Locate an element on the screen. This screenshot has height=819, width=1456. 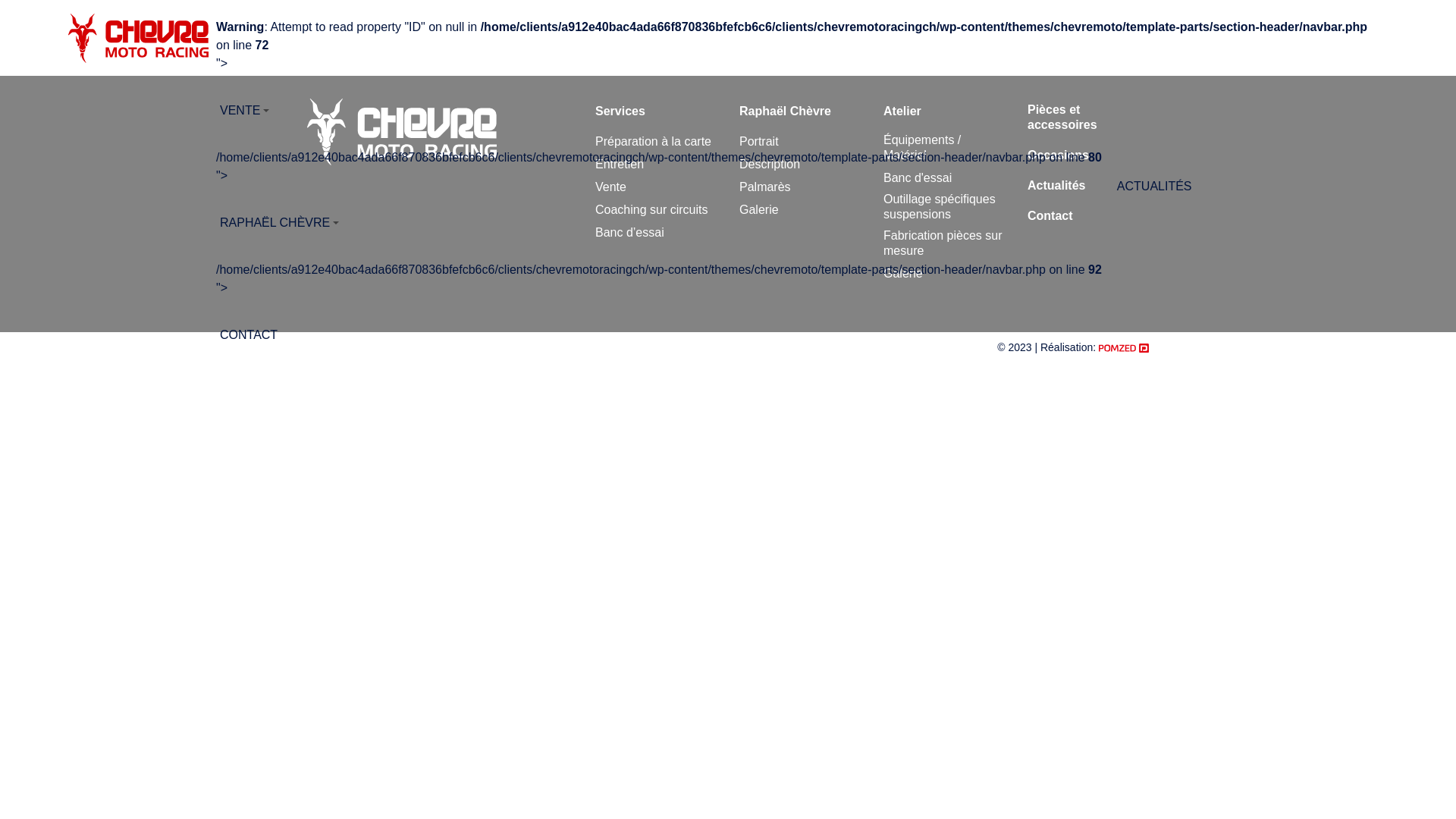
'VENTE' is located at coordinates (215, 110).